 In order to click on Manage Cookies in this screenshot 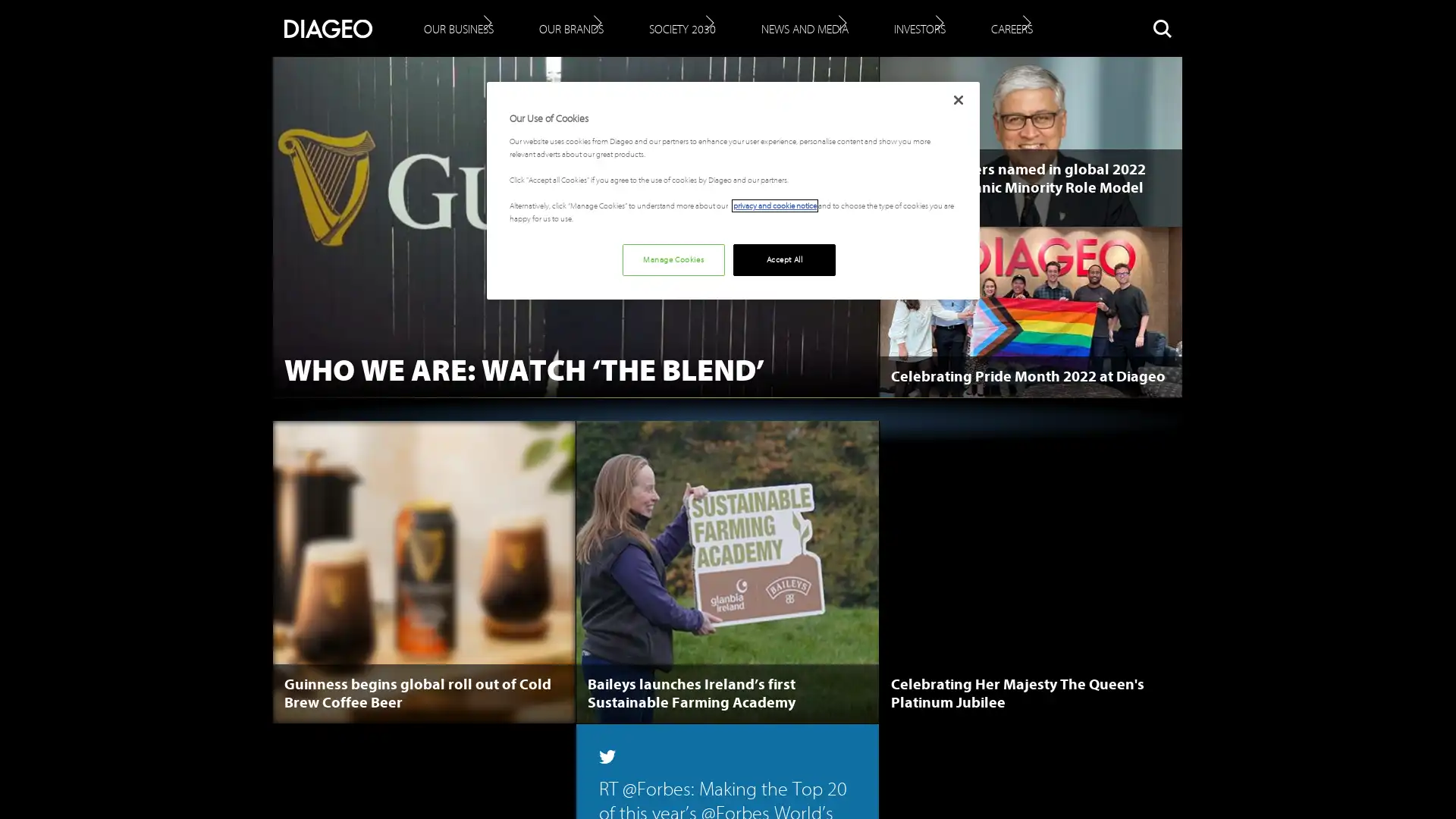, I will do `click(672, 259)`.